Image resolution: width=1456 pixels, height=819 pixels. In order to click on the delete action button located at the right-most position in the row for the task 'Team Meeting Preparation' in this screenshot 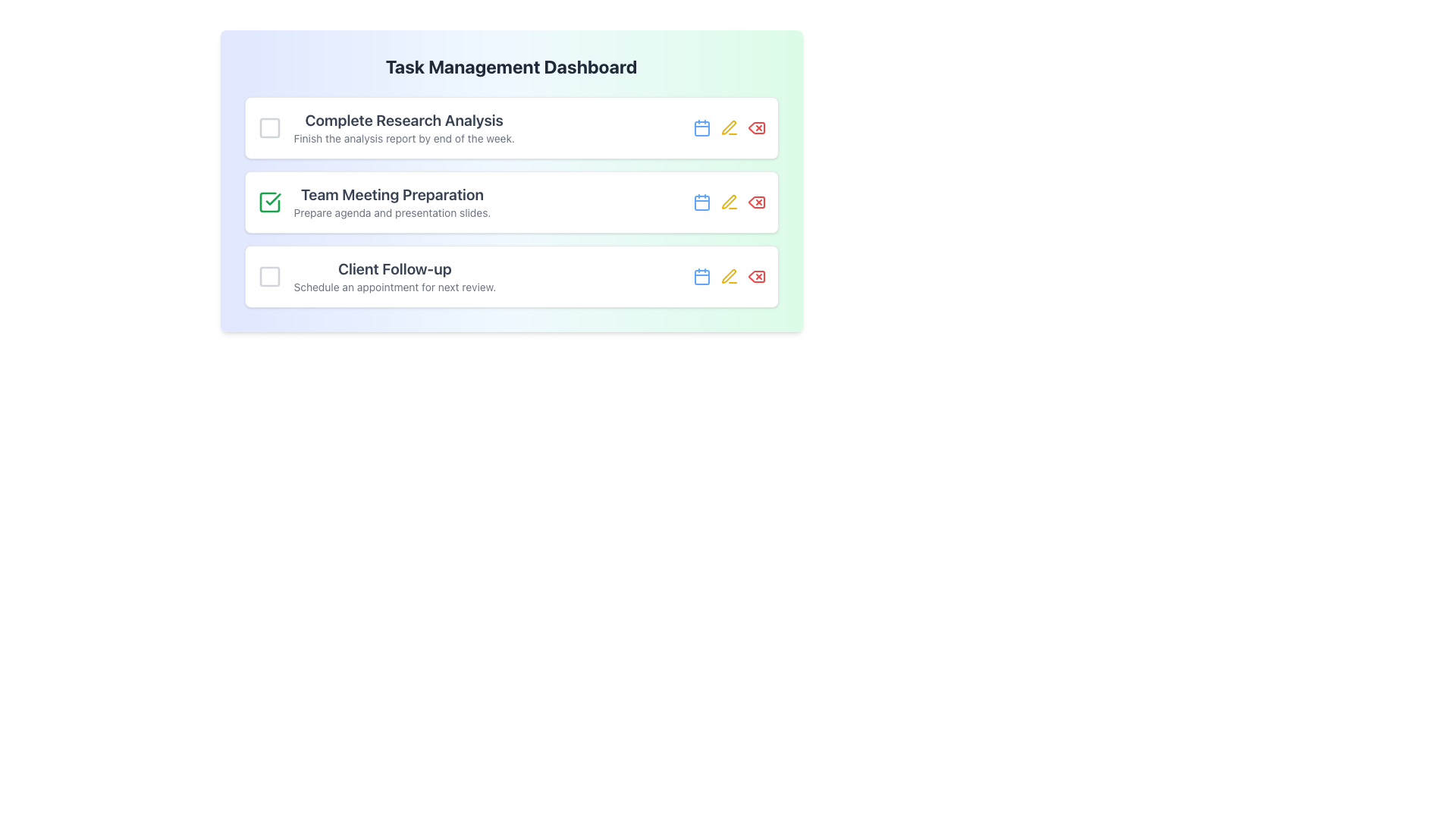, I will do `click(756, 201)`.